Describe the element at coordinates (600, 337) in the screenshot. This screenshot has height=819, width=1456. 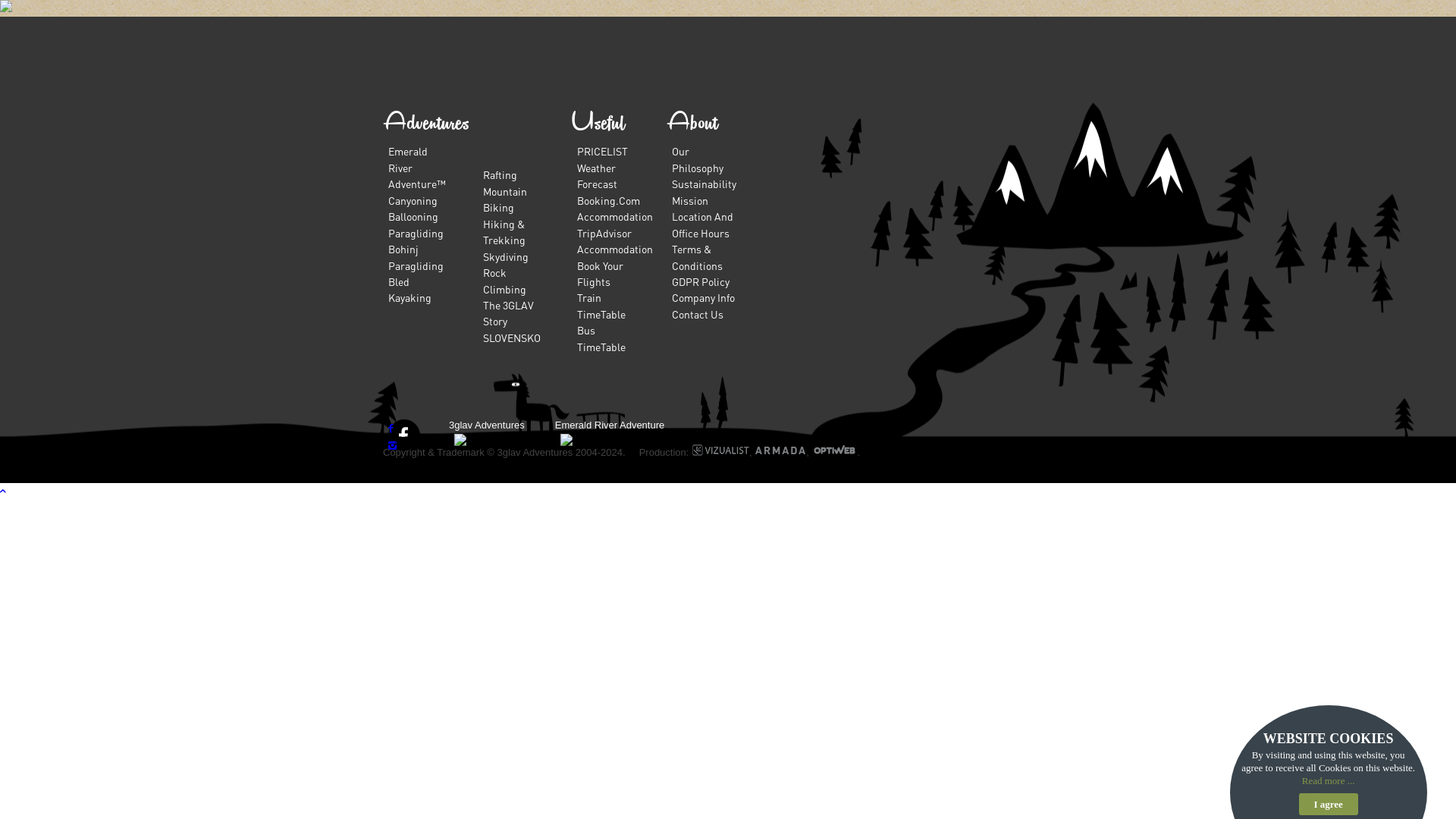
I see `'Bus TimeTable'` at that location.